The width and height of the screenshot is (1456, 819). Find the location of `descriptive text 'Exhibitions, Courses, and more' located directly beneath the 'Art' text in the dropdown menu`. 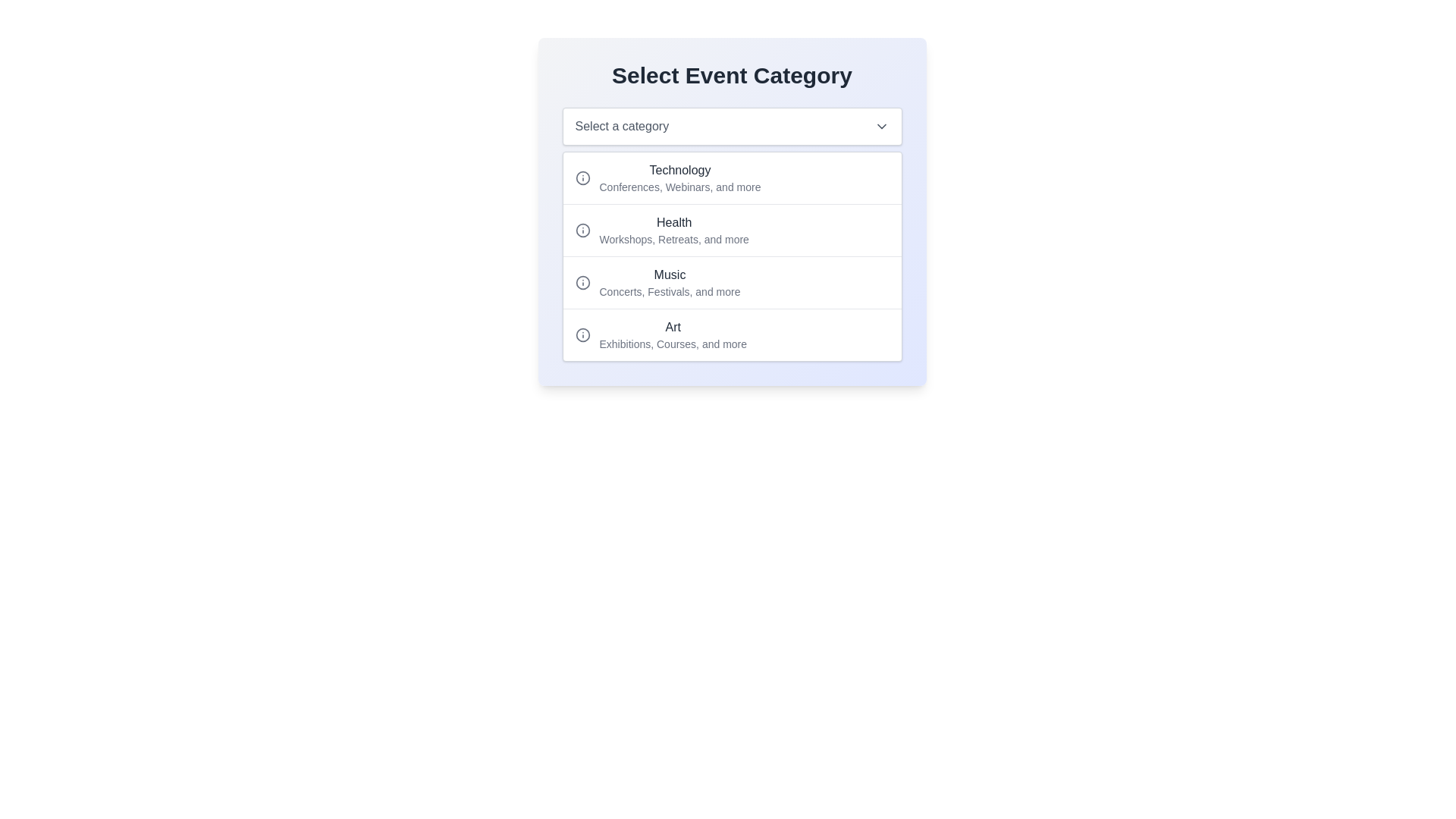

descriptive text 'Exhibitions, Courses, and more' located directly beneath the 'Art' text in the dropdown menu is located at coordinates (672, 344).